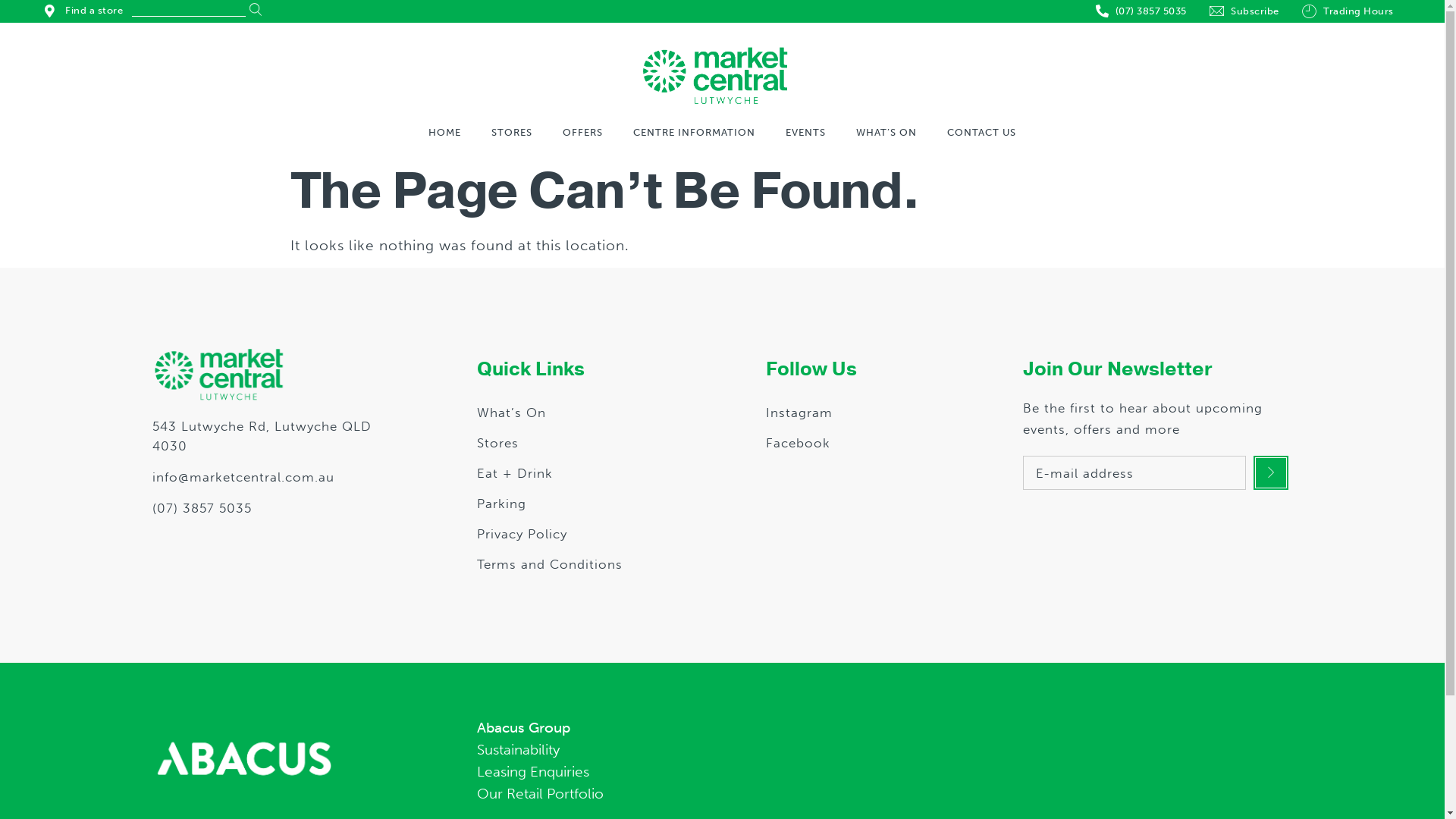 The height and width of the screenshot is (819, 1456). I want to click on 'Privacy Policy', so click(522, 533).